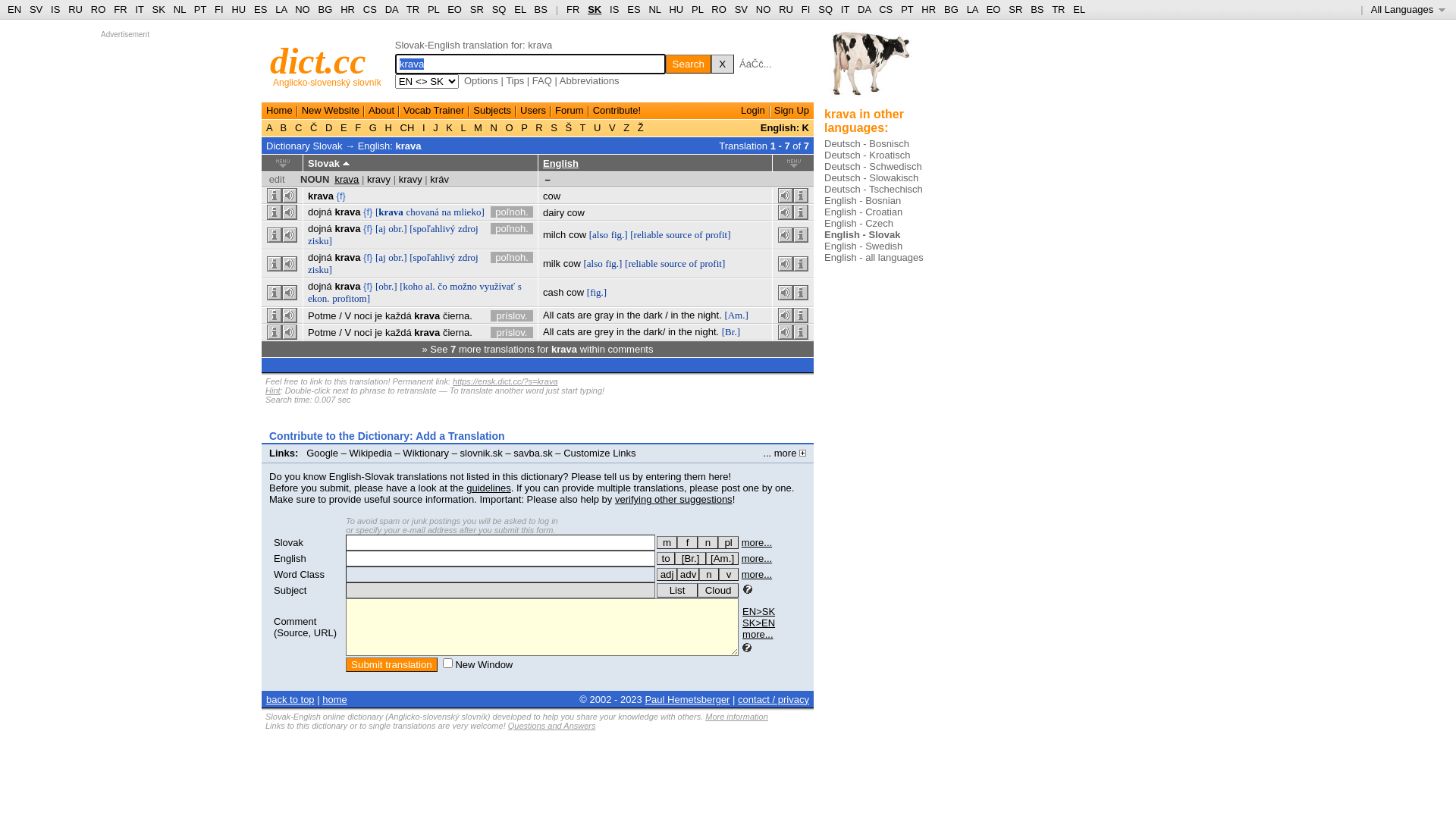  I want to click on 'NO', so click(302, 9).